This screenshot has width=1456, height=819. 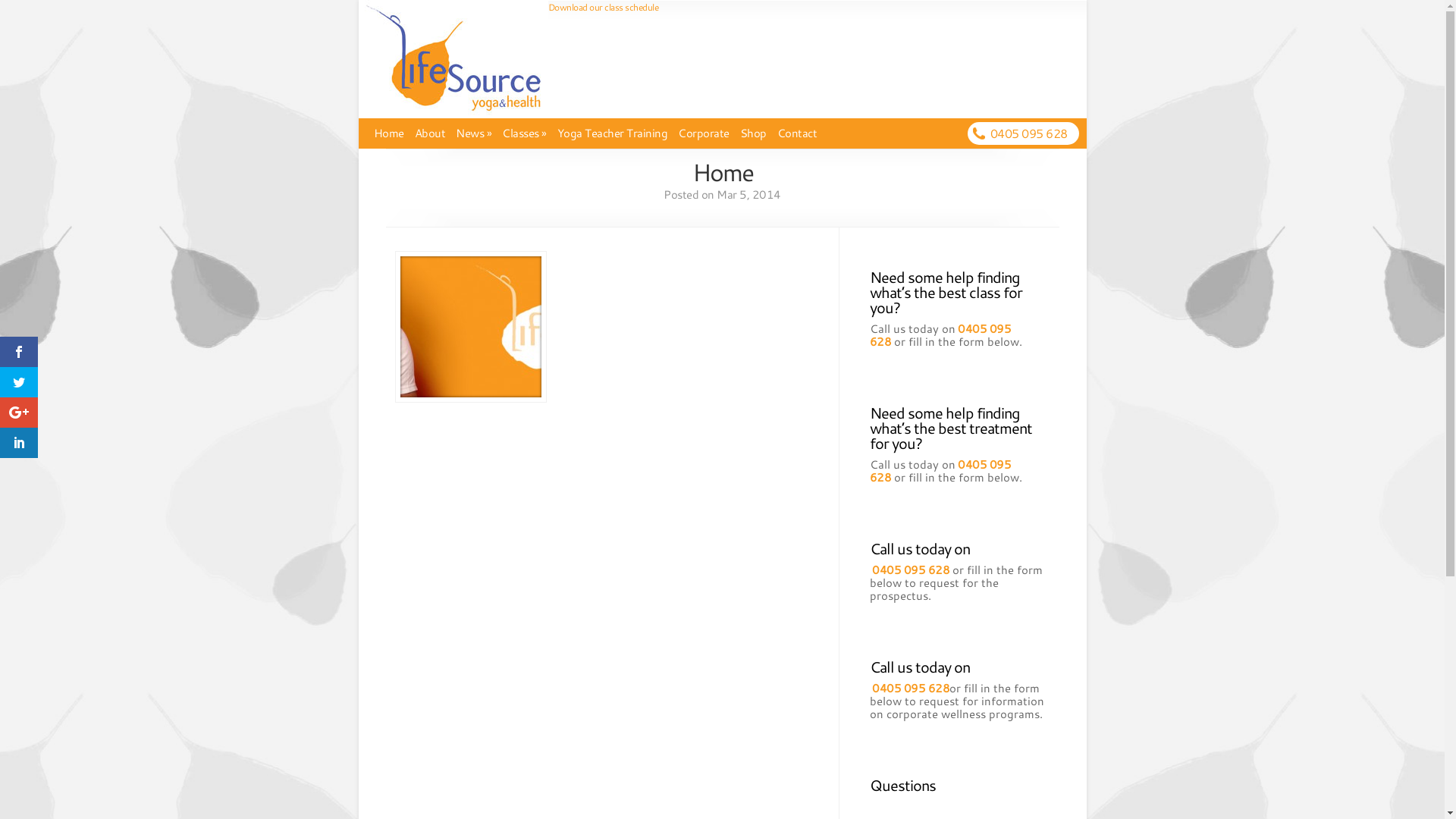 What do you see at coordinates (502, 133) in the screenshot?
I see `'Classes'` at bounding box center [502, 133].